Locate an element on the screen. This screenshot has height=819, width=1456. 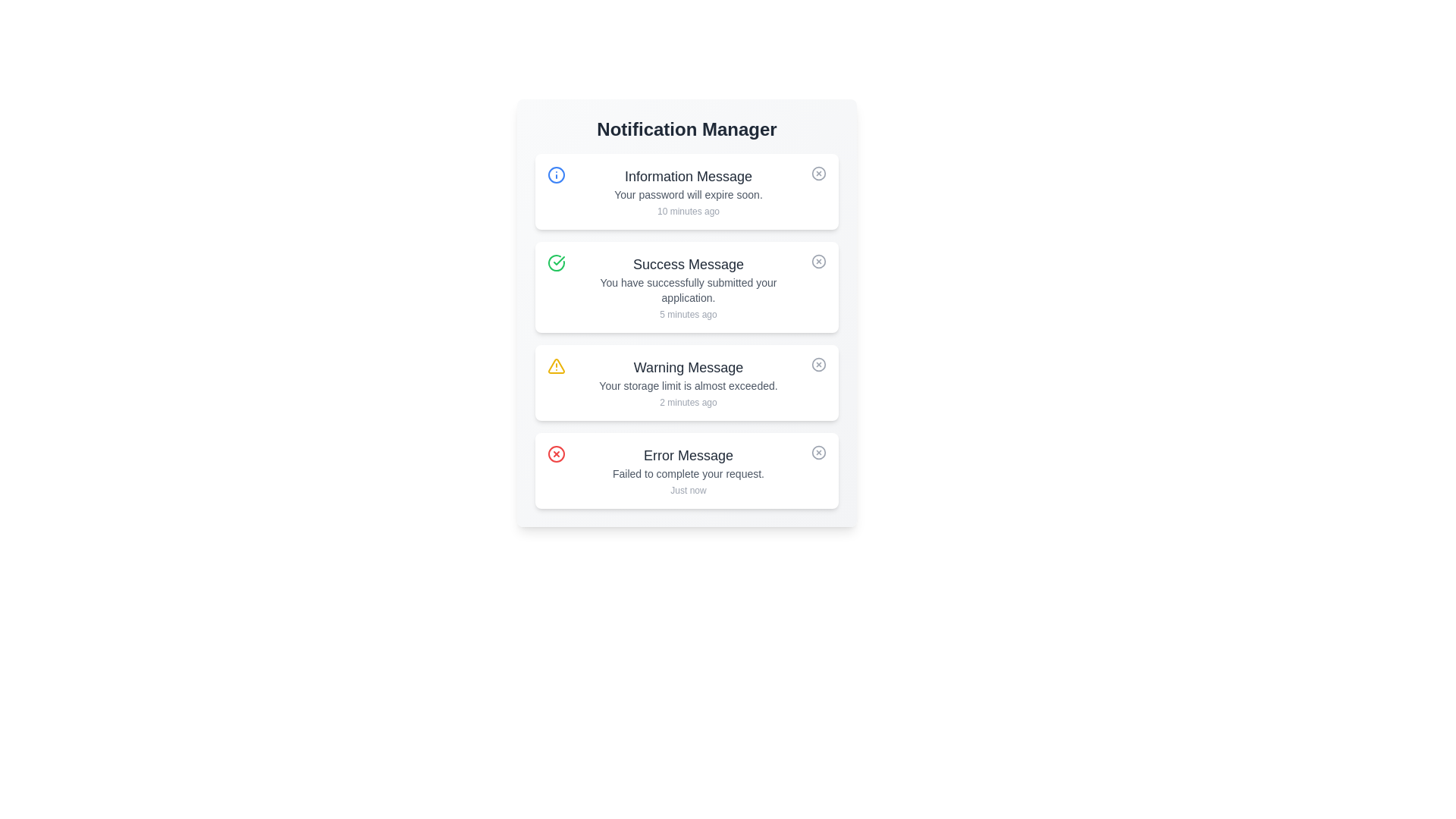
text from the Notification card, which is the last card in the vertically aligned list of notifications in the Notification Manager panel is located at coordinates (687, 470).